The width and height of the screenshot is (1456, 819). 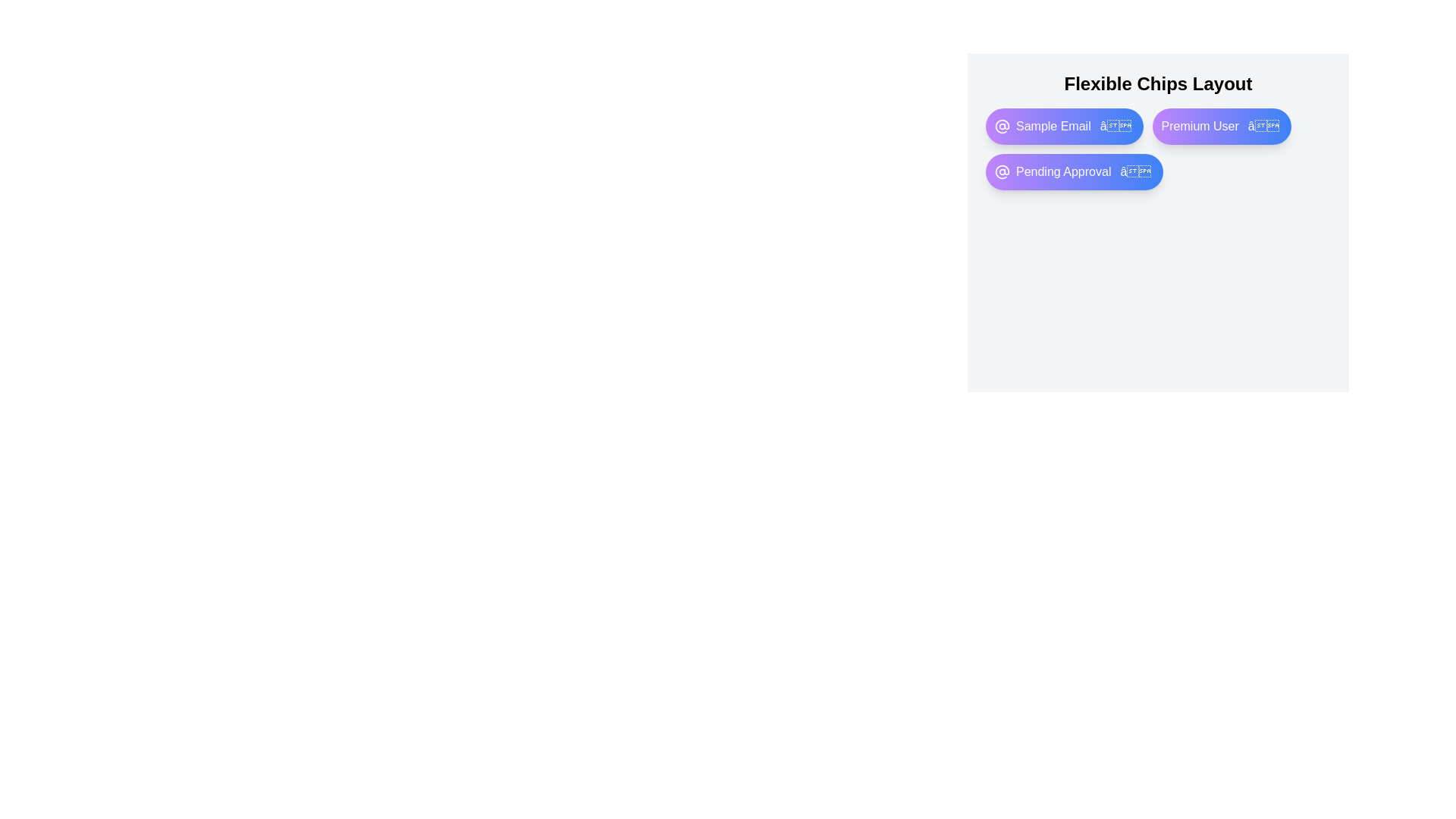 I want to click on close button of the chip labeled Sample Email to remove it, so click(x=1116, y=125).